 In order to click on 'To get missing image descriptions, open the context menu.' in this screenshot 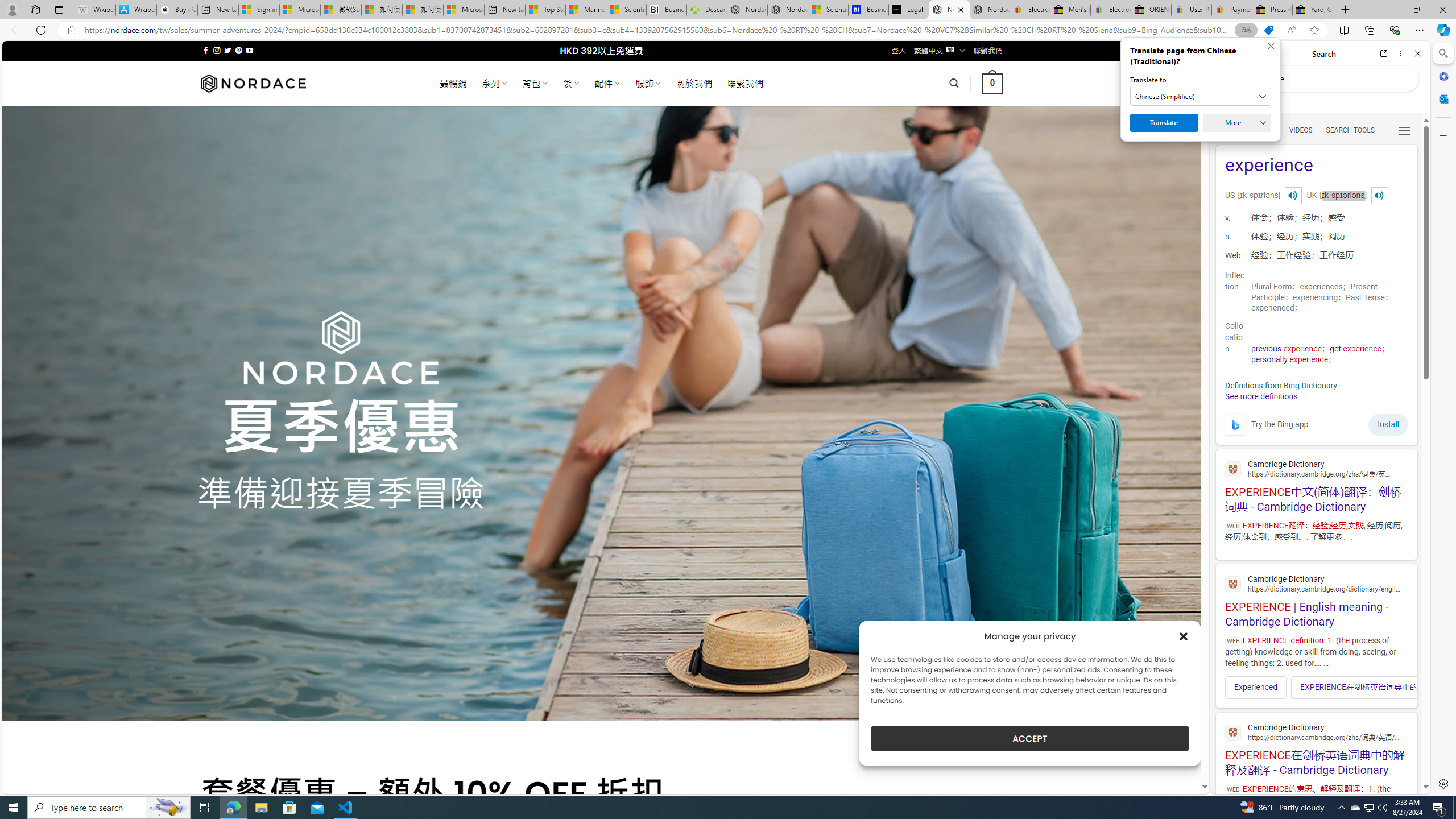, I will do `click(1234, 424)`.